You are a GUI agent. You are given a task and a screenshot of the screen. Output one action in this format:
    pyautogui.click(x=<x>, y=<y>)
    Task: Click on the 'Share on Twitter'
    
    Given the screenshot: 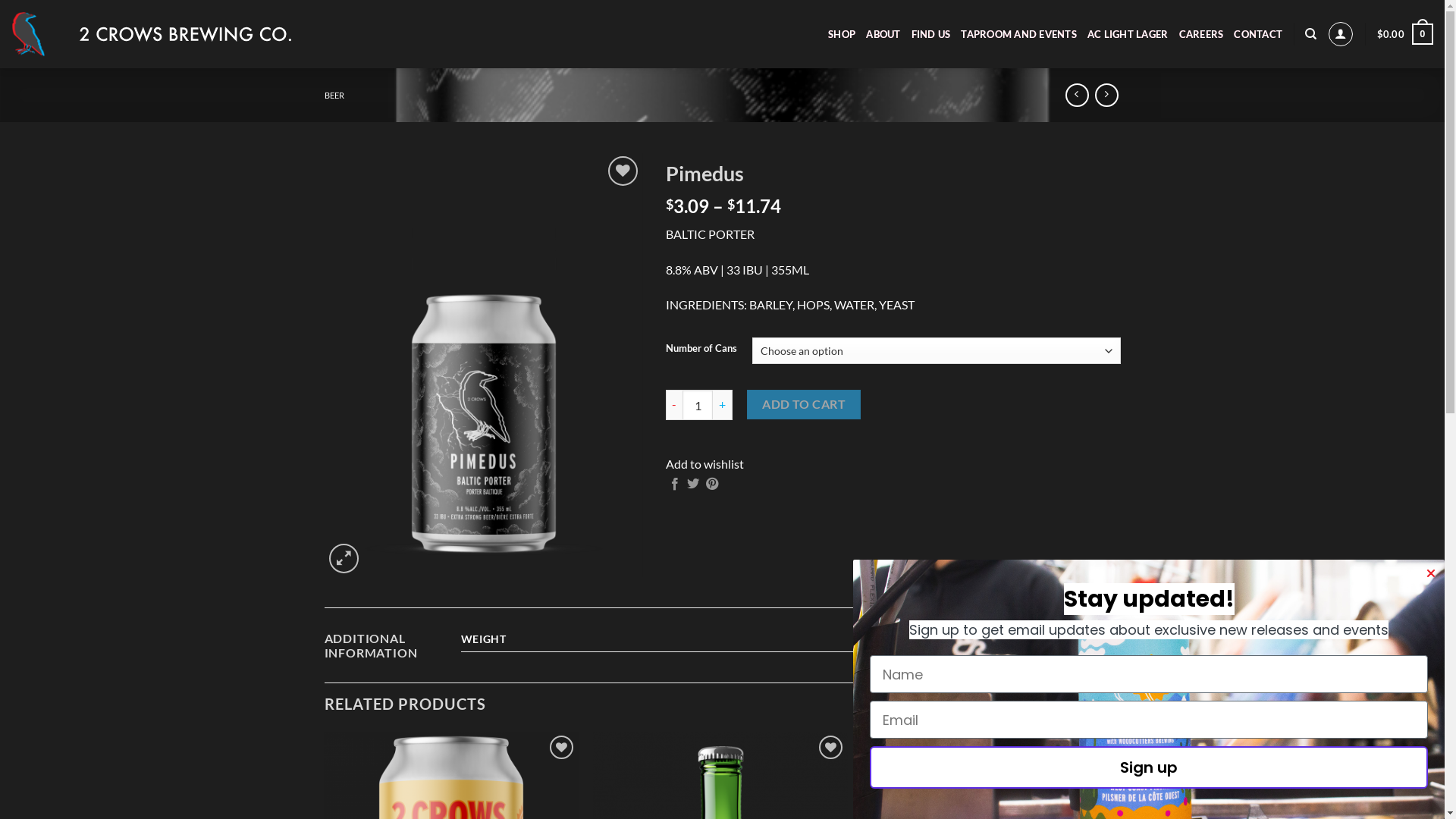 What is the action you would take?
    pyautogui.click(x=692, y=485)
    